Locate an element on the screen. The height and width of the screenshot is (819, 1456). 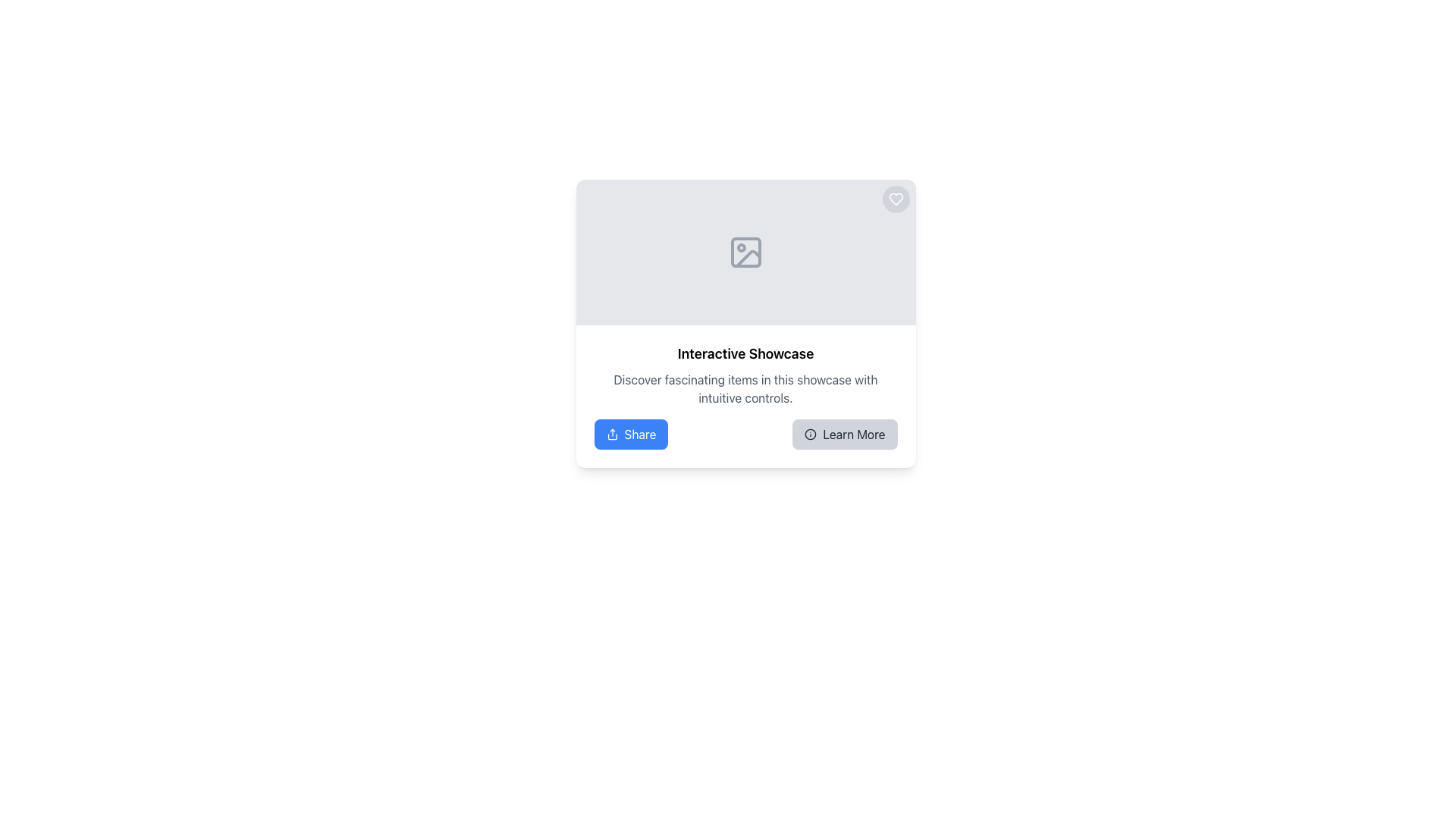
the heart icon located at the top-right corner of a gray circular button in the upper-right area of the card layout is located at coordinates (896, 198).